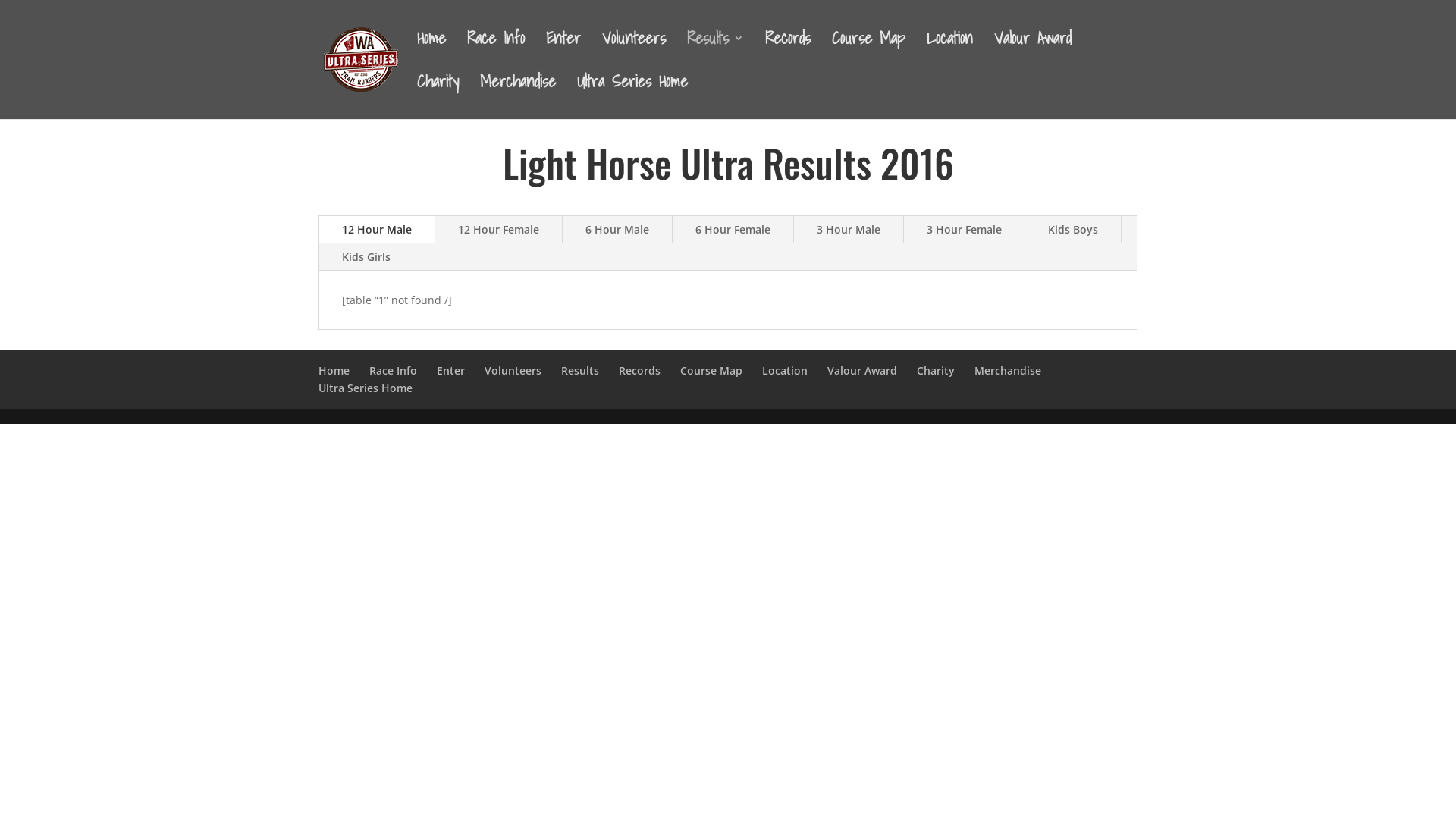 This screenshot has width=1456, height=819. What do you see at coordinates (1072, 230) in the screenshot?
I see `'Kids Boys'` at bounding box center [1072, 230].